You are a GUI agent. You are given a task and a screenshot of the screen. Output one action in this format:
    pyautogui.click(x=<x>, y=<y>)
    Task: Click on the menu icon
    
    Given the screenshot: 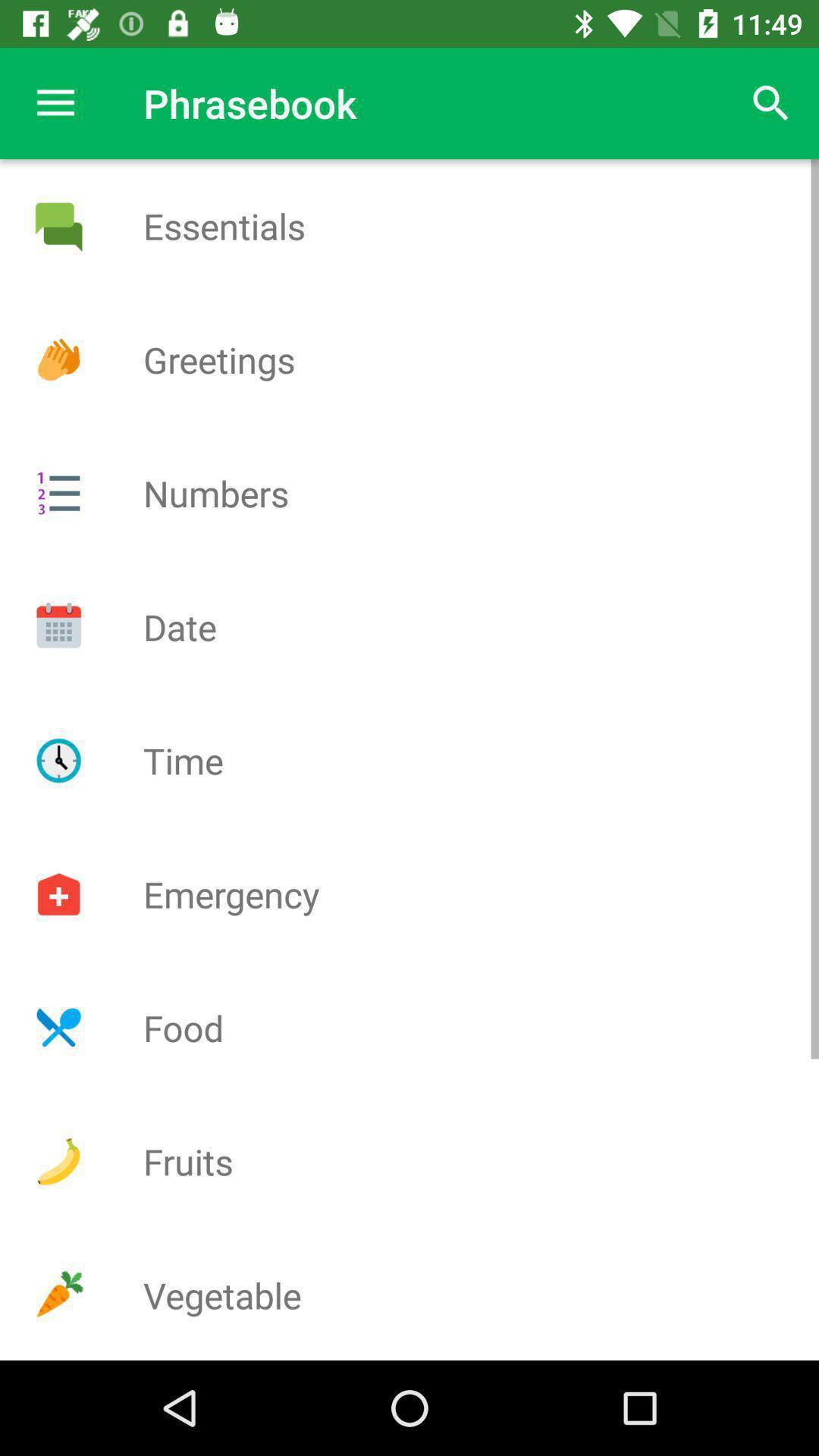 What is the action you would take?
    pyautogui.click(x=58, y=493)
    